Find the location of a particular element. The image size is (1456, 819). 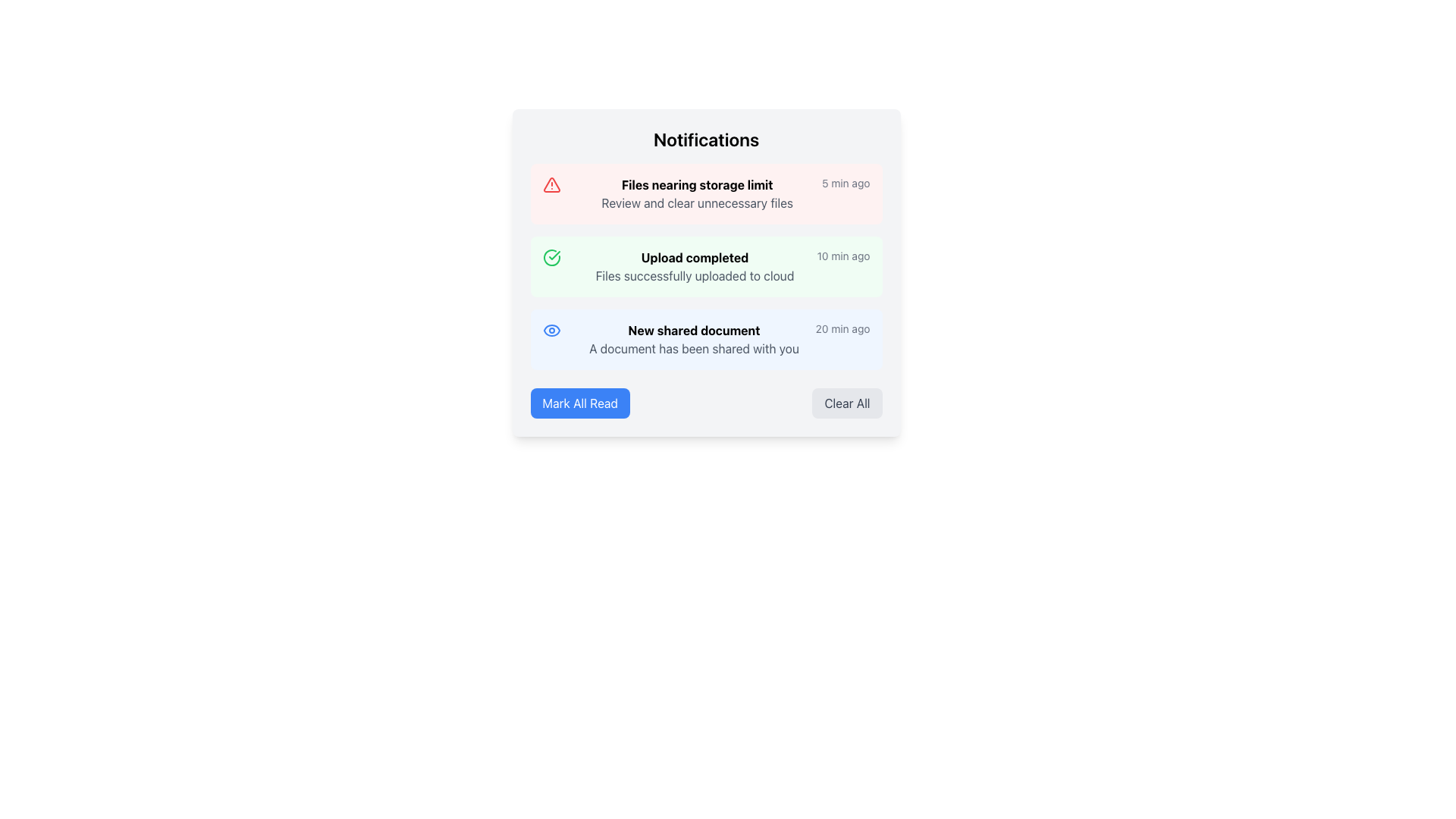

the timestamp text in the top-right corner of the second notification card is located at coordinates (843, 256).